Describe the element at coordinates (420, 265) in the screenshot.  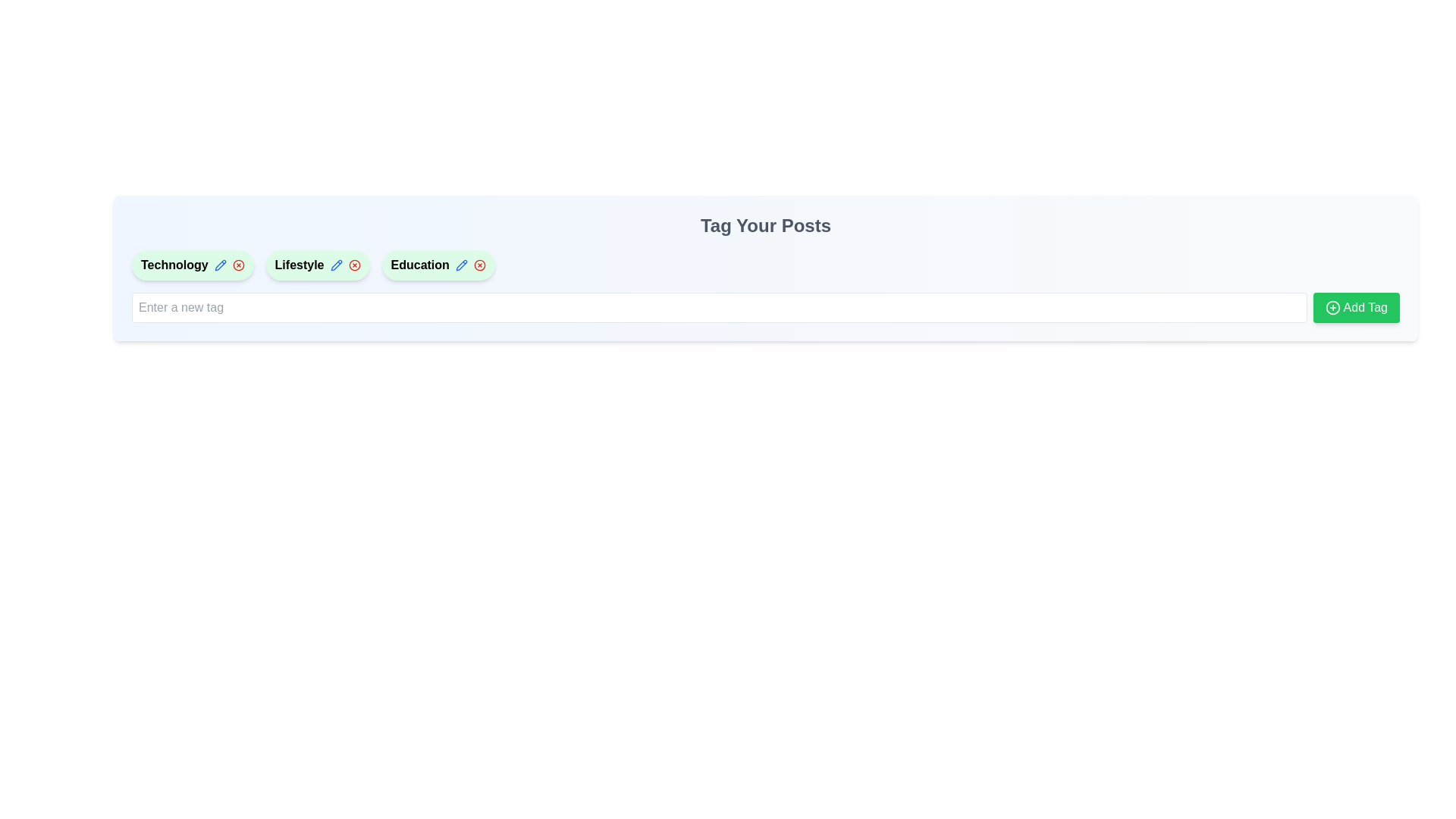
I see `the static text label displaying 'Education' in bold black font, which is positioned inside a green rounded rectangle` at that location.